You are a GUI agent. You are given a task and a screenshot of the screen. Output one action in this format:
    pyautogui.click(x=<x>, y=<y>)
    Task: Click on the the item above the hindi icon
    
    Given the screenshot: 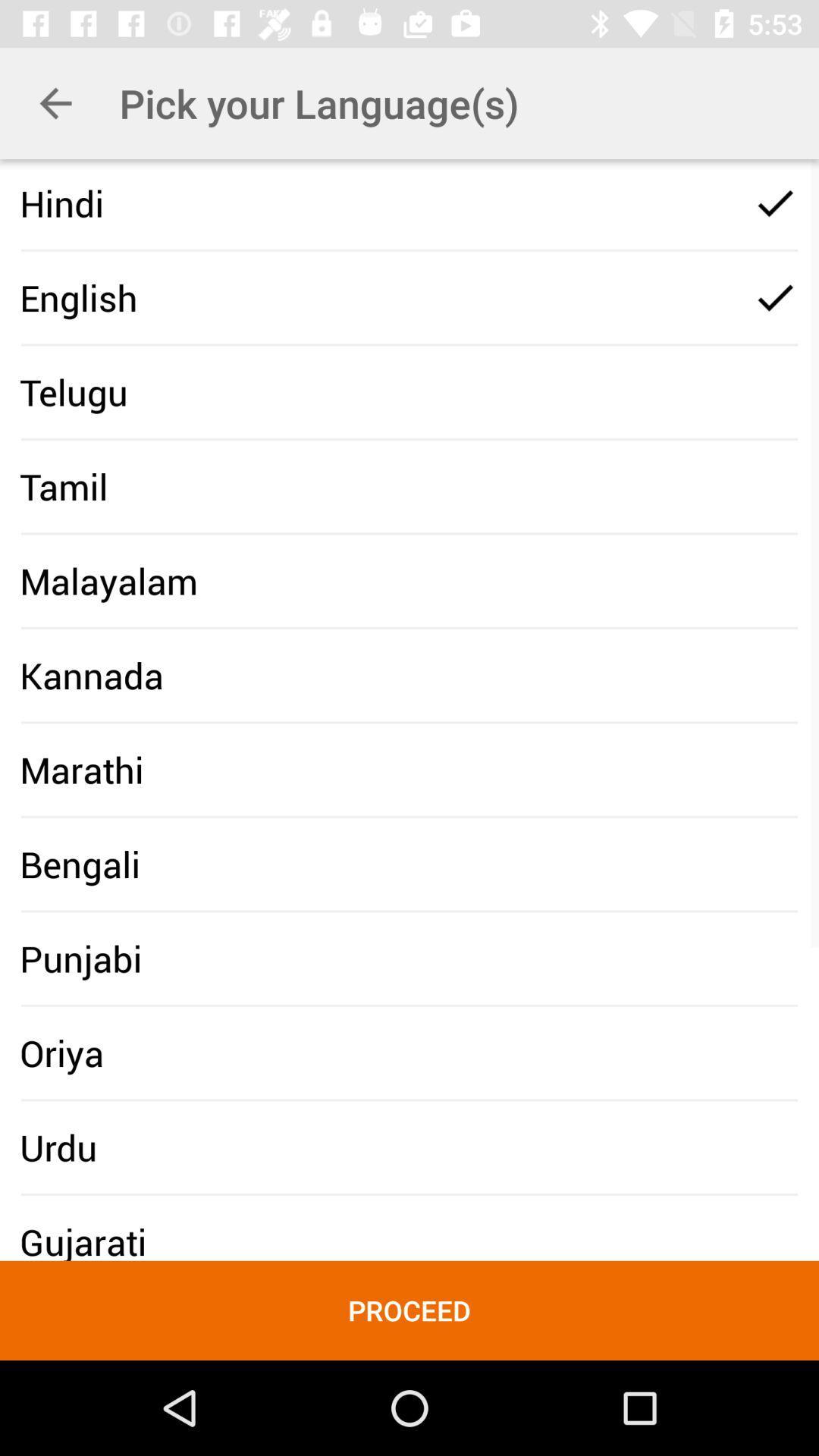 What is the action you would take?
    pyautogui.click(x=55, y=102)
    